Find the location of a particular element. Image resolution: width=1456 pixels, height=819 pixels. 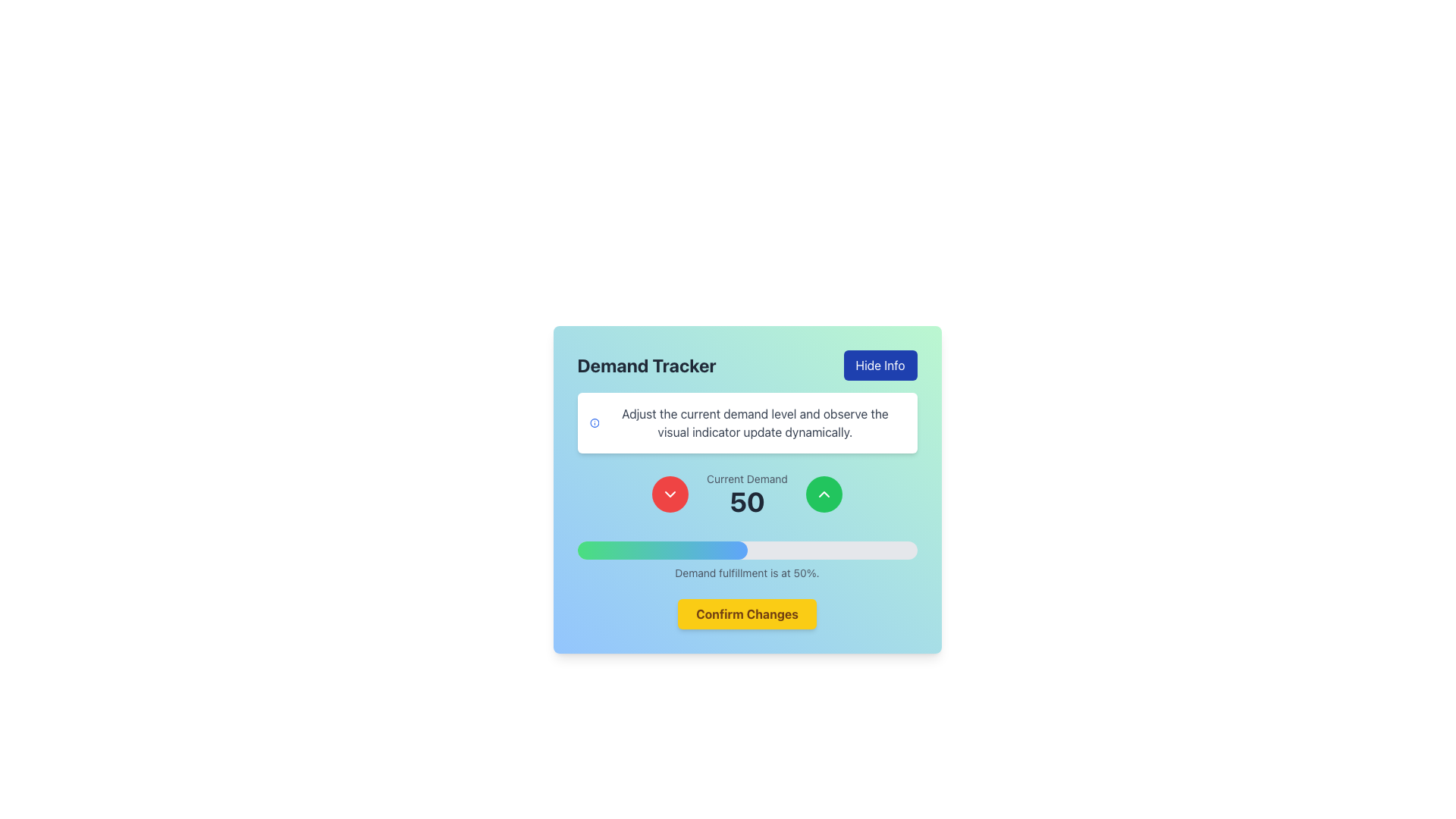

the 'Confirm Changes' button, which is a rectangular button with rounded corners, a bright yellow background, and bold dark yellow text, located at the bottom section of the card interface is located at coordinates (747, 614).